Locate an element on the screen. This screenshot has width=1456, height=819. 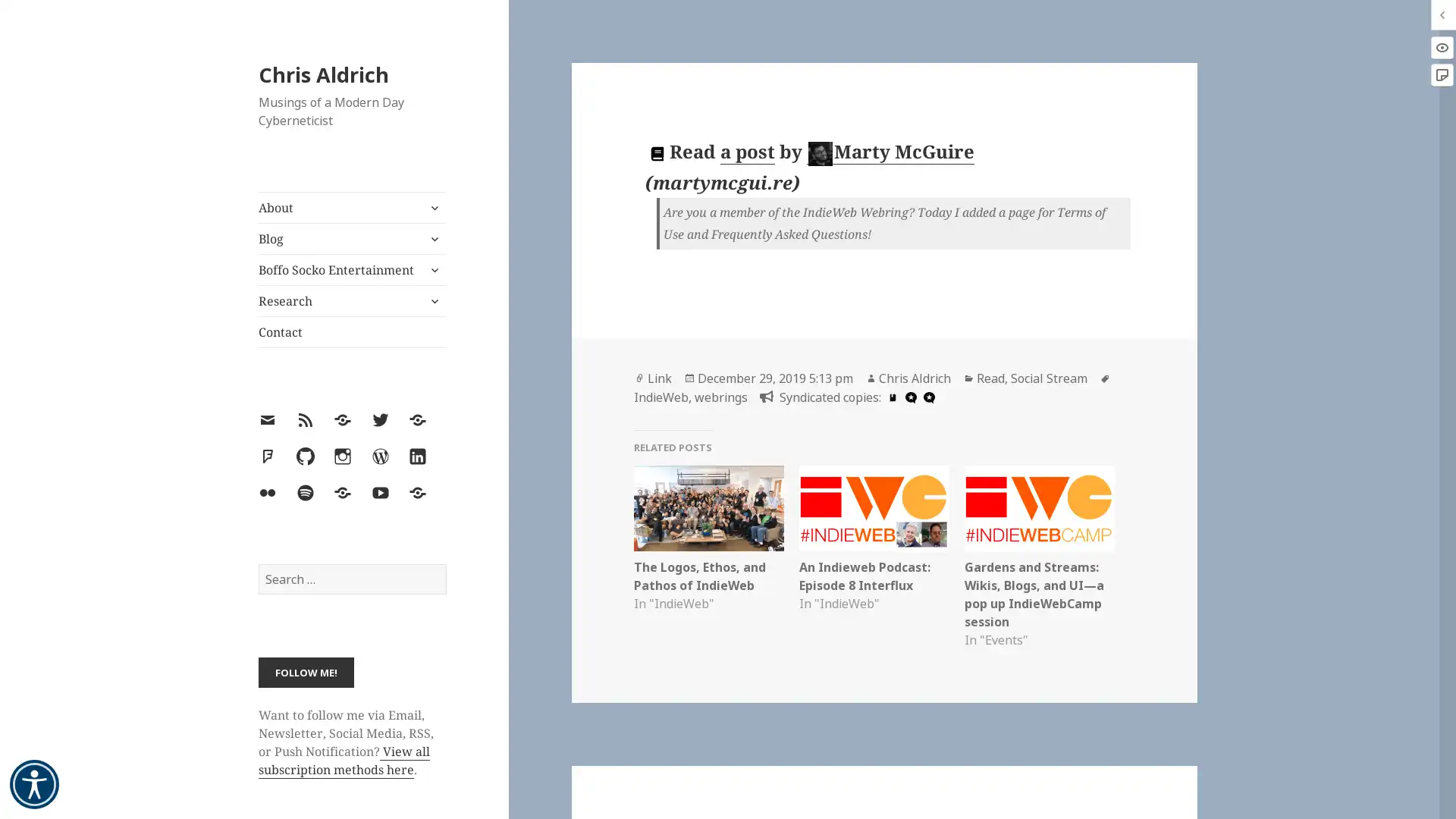
Accessibility Menu is located at coordinates (34, 784).